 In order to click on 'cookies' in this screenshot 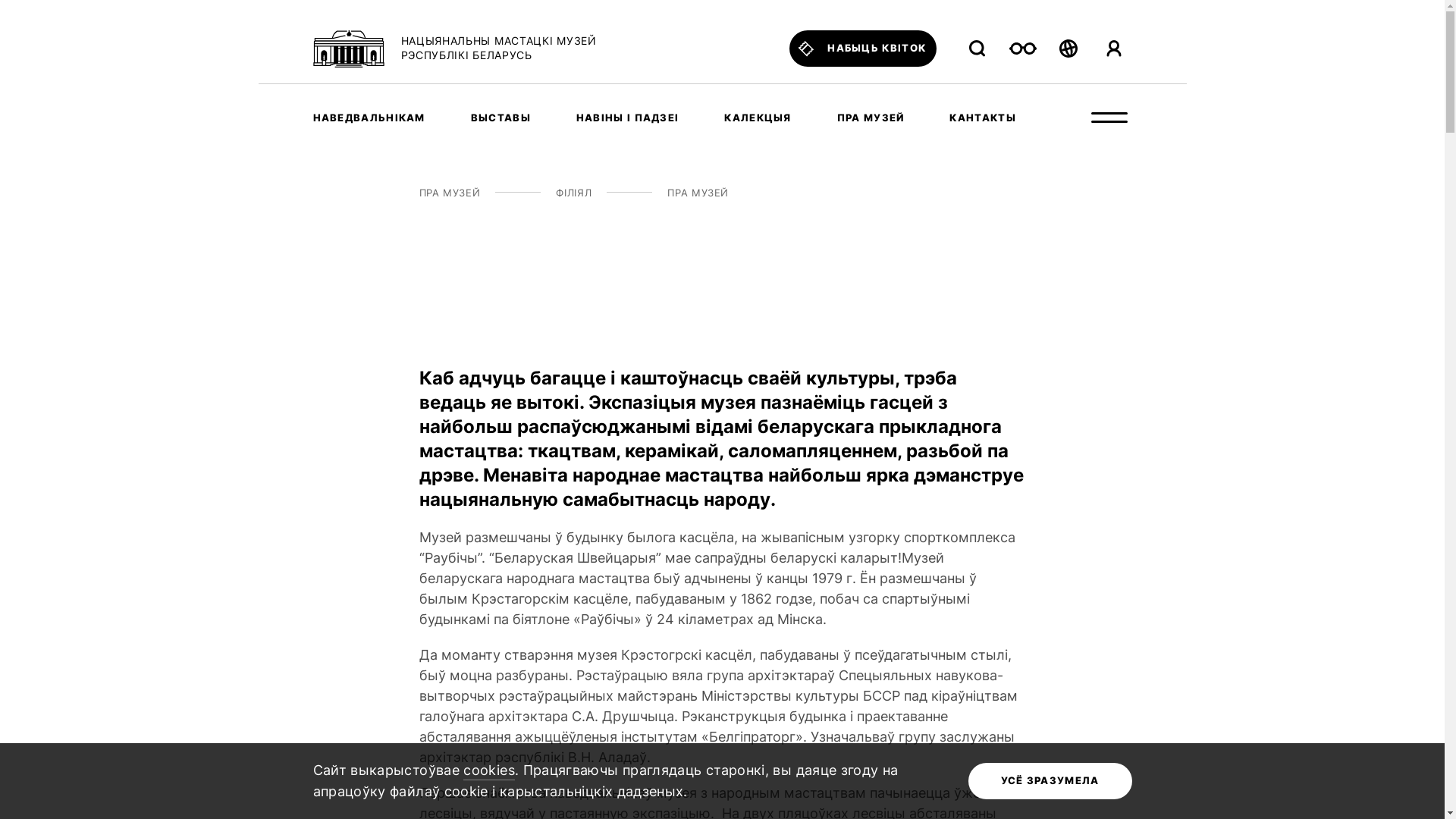, I will do `click(462, 771)`.